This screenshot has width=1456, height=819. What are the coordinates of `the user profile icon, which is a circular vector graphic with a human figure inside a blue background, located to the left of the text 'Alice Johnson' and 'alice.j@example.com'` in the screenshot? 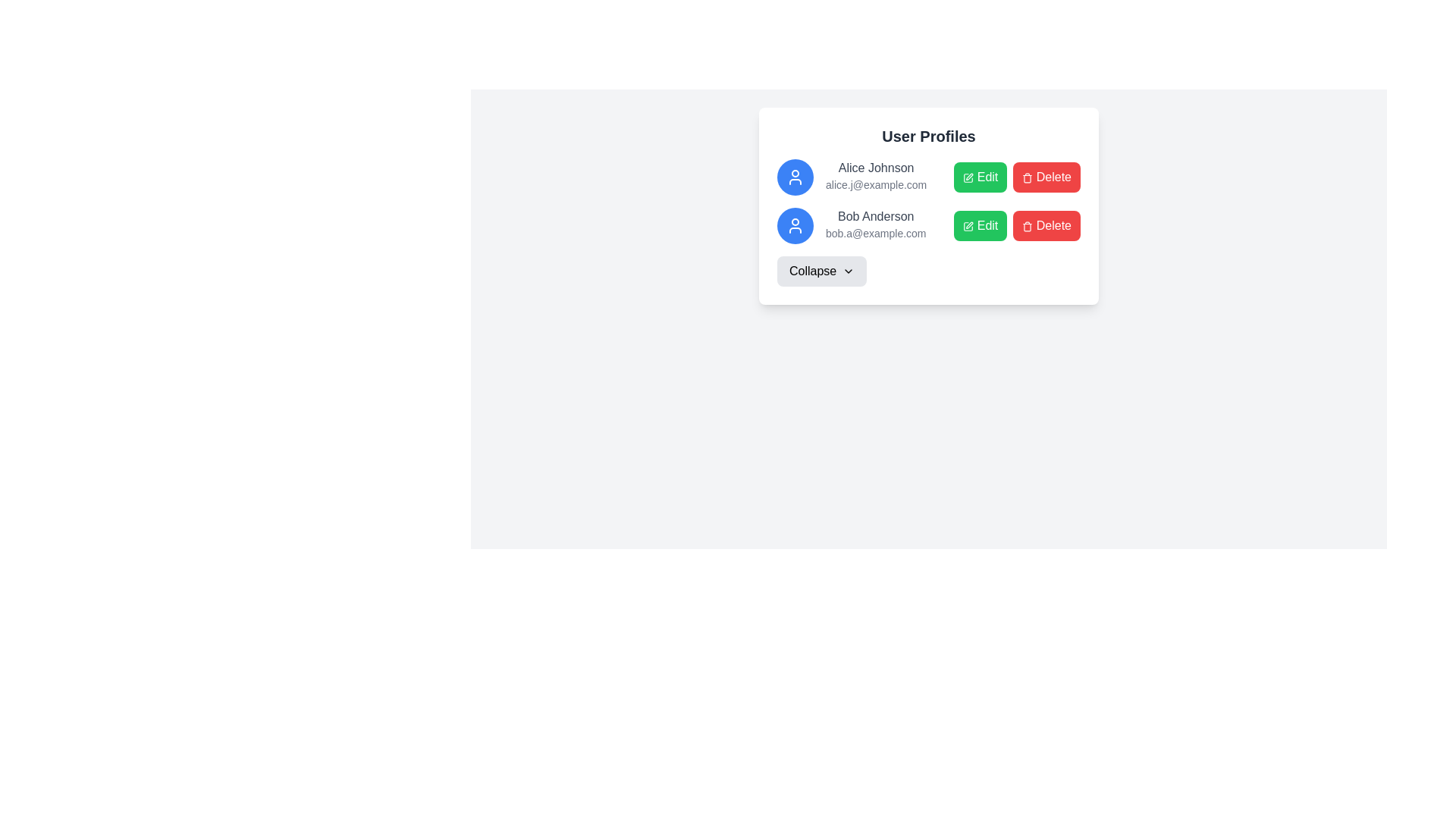 It's located at (795, 177).